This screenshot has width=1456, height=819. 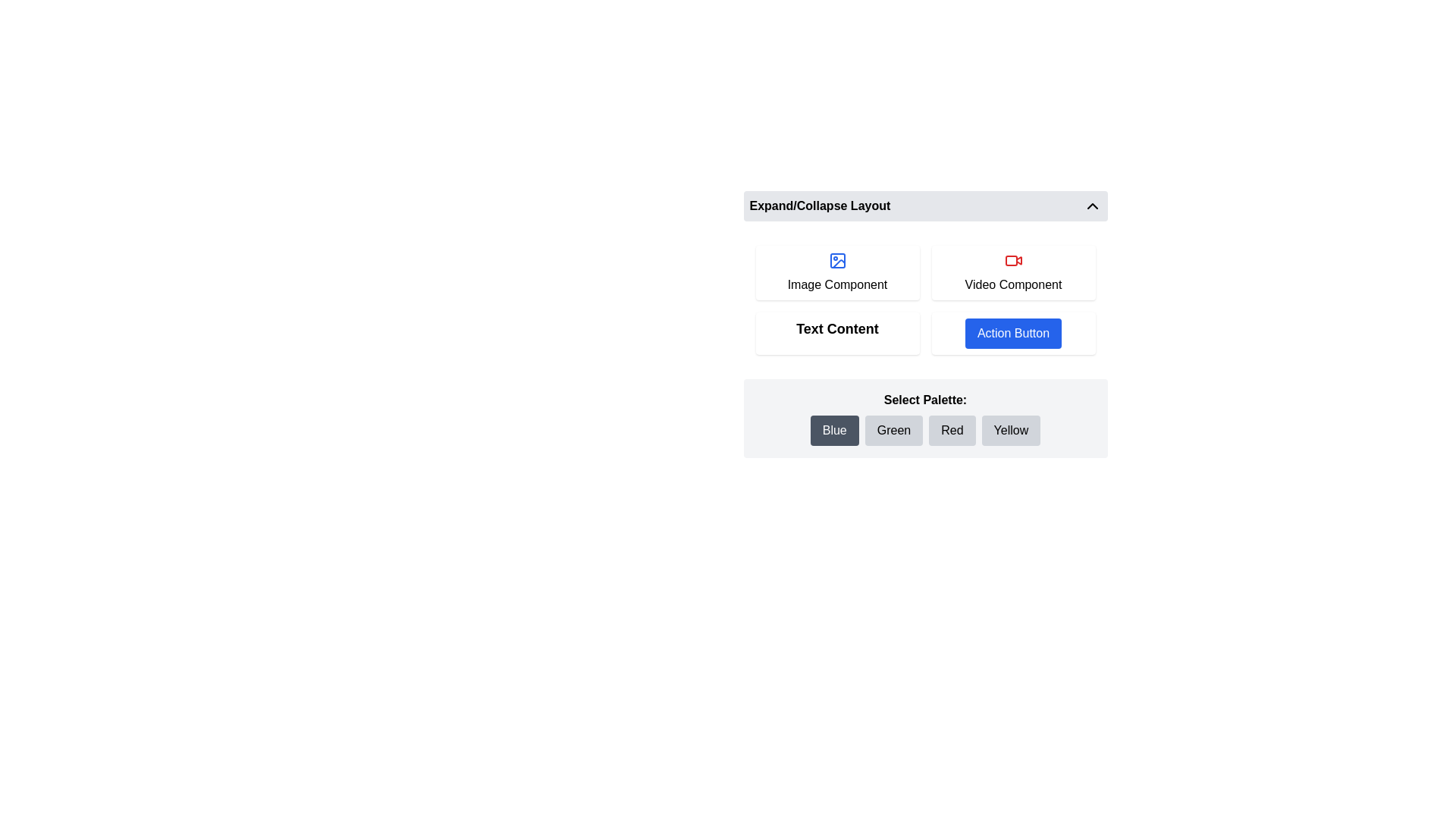 What do you see at coordinates (836, 259) in the screenshot?
I see `the Shape element located inside the leftmost icon within the row of component types labeled 'Image Component'` at bounding box center [836, 259].